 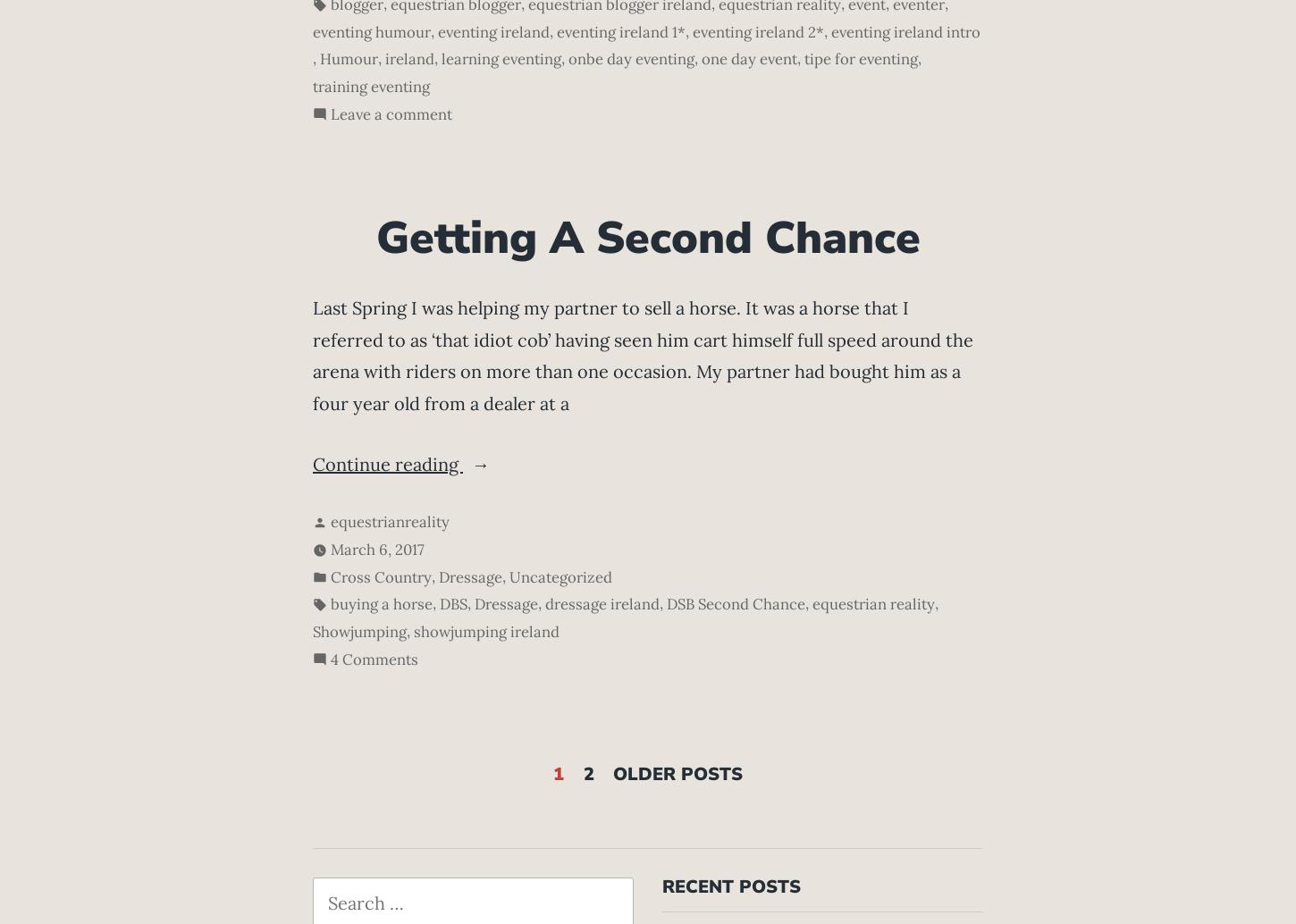 I want to click on 'ireland', so click(x=383, y=58).